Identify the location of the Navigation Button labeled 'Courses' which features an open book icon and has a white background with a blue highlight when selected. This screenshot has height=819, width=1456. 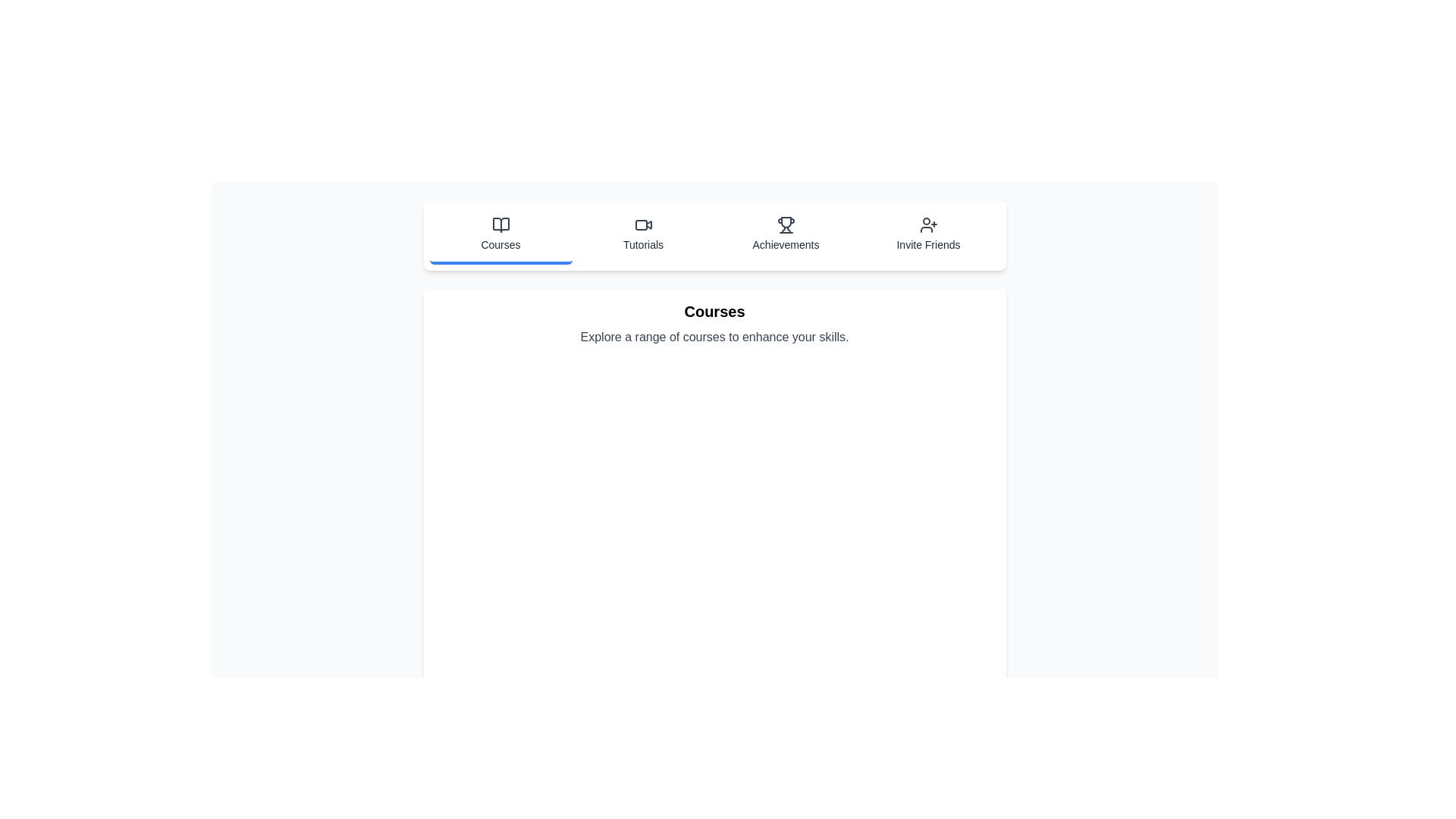
(500, 236).